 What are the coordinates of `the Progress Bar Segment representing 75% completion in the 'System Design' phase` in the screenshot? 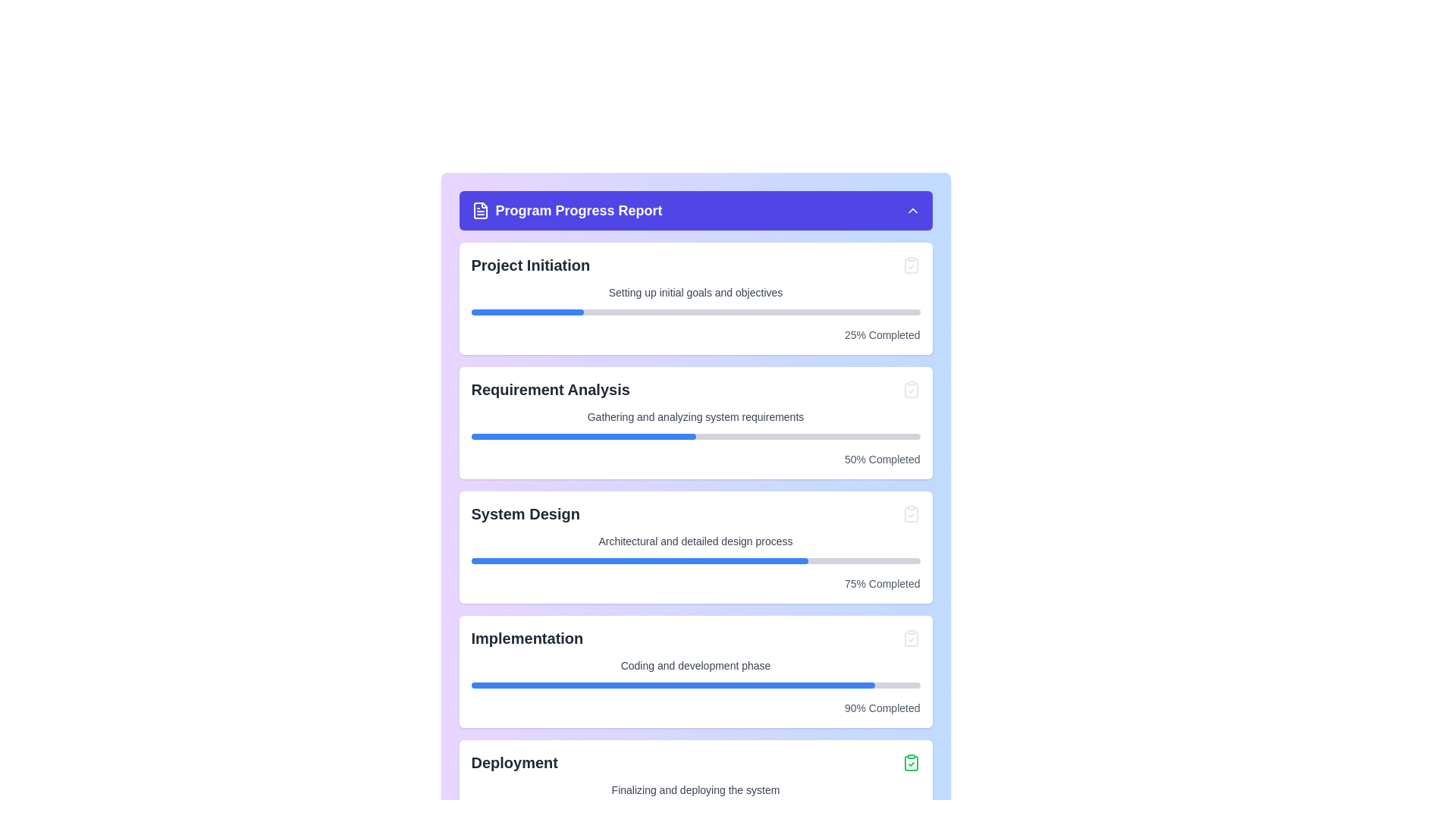 It's located at (639, 561).